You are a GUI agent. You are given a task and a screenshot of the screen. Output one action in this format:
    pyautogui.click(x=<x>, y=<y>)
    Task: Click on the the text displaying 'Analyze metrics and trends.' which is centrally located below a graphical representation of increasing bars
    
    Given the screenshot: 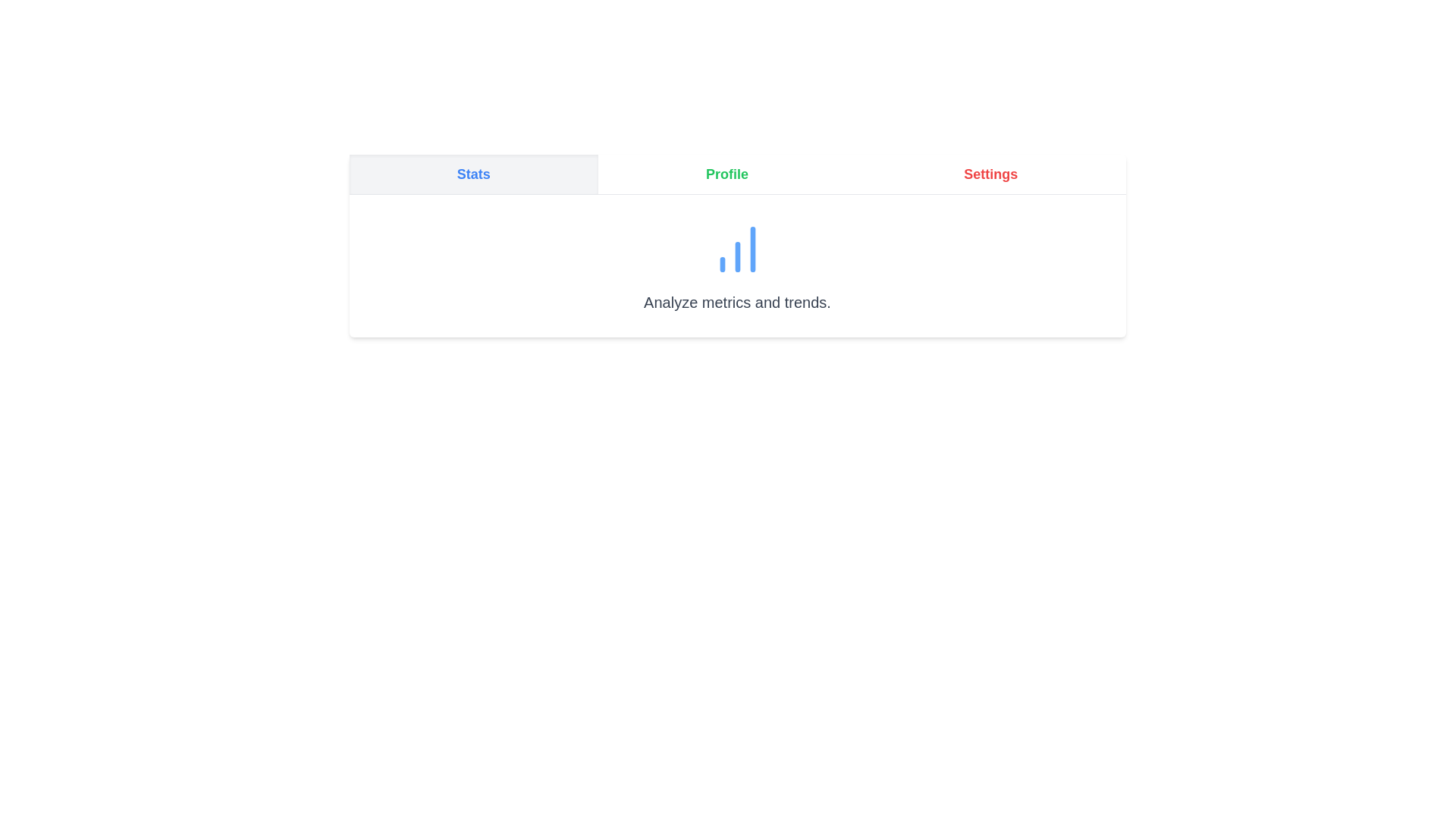 What is the action you would take?
    pyautogui.click(x=737, y=302)
    